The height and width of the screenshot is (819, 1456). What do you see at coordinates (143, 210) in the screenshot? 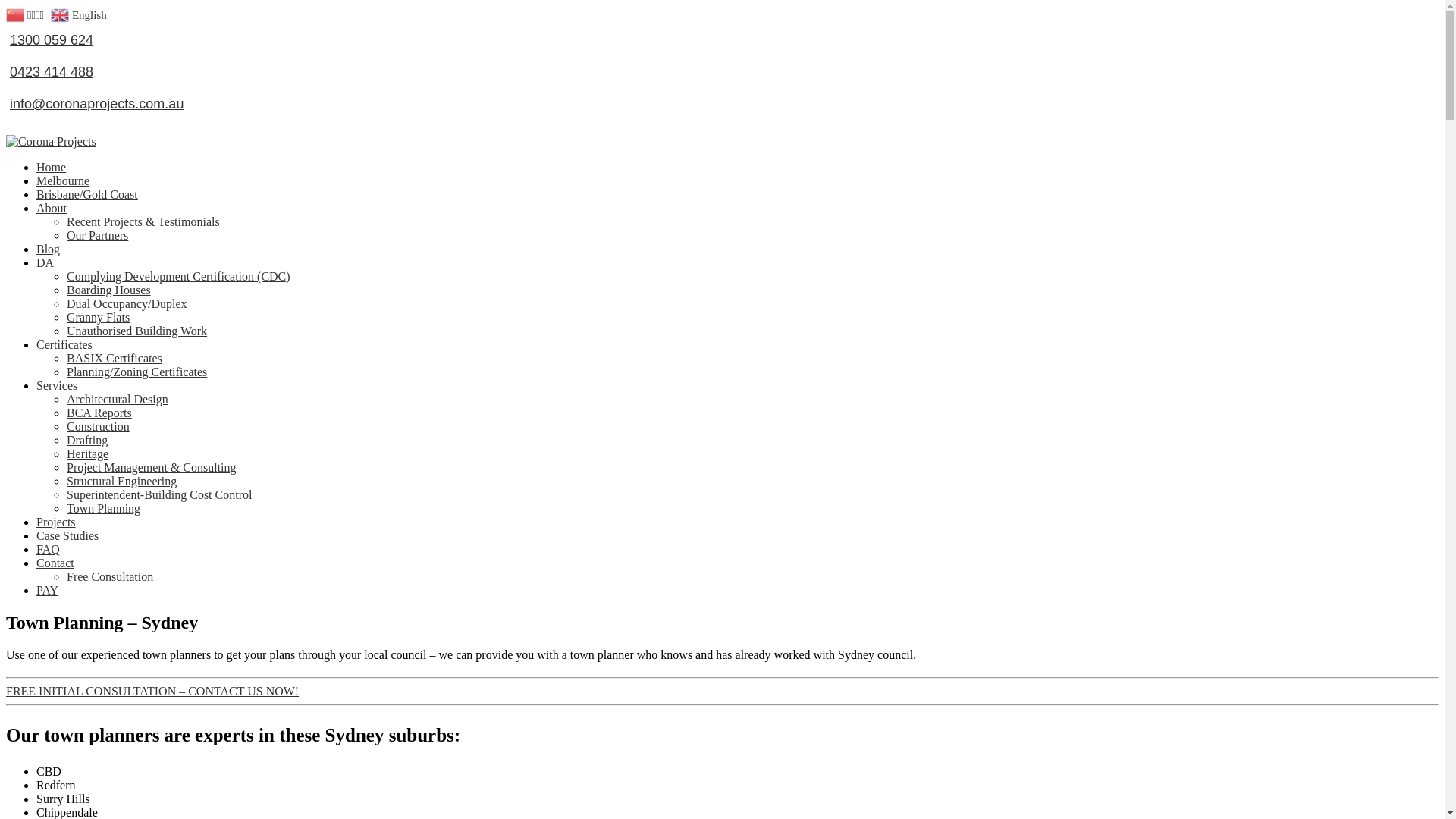
I see `'Recent Projects & Testimonials'` at bounding box center [143, 210].